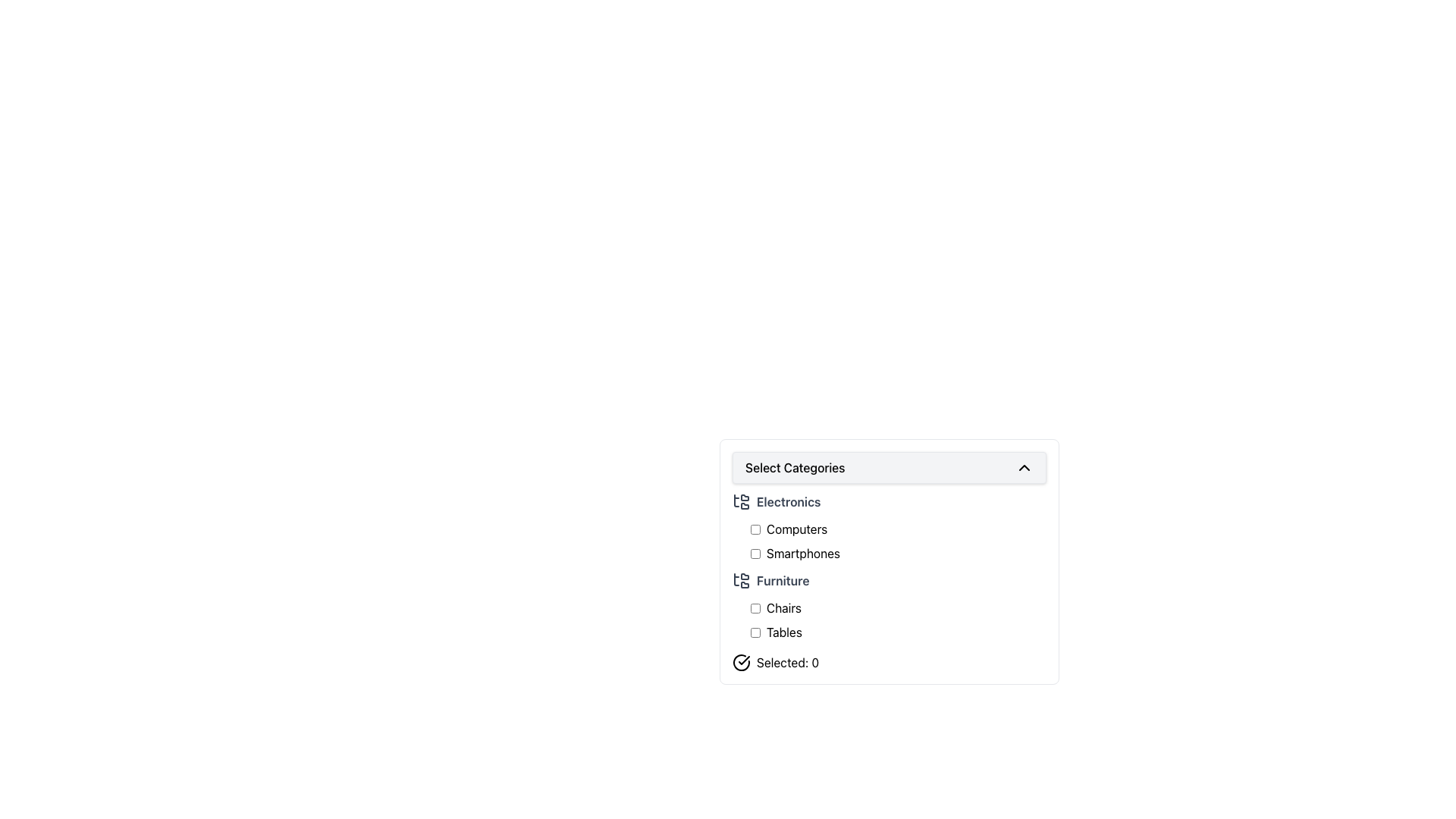  I want to click on the checkboxes in the 'Furniture' category group, so click(889, 607).